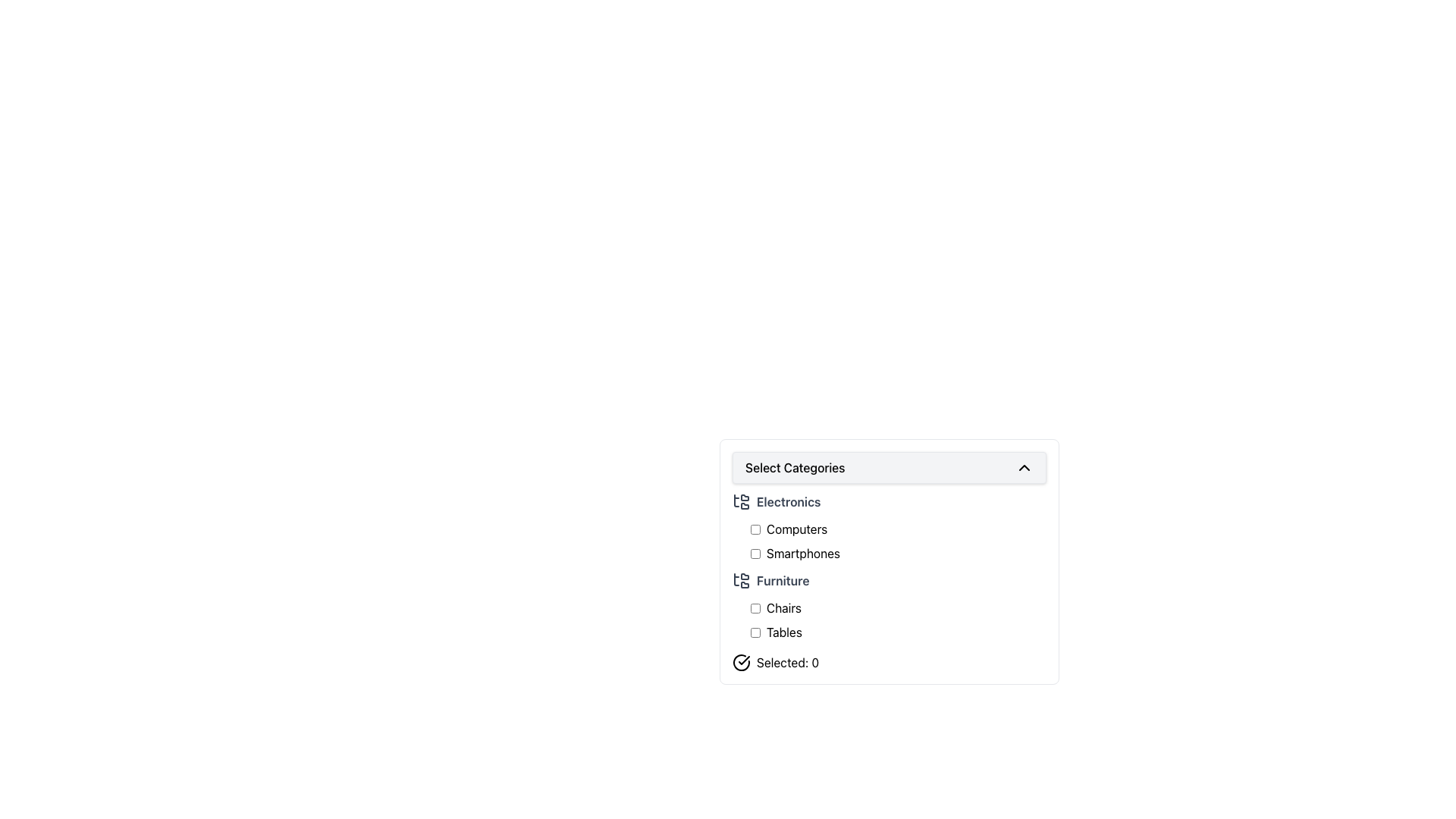  I want to click on the checkboxes in the 'Furniture' category group, so click(889, 607).